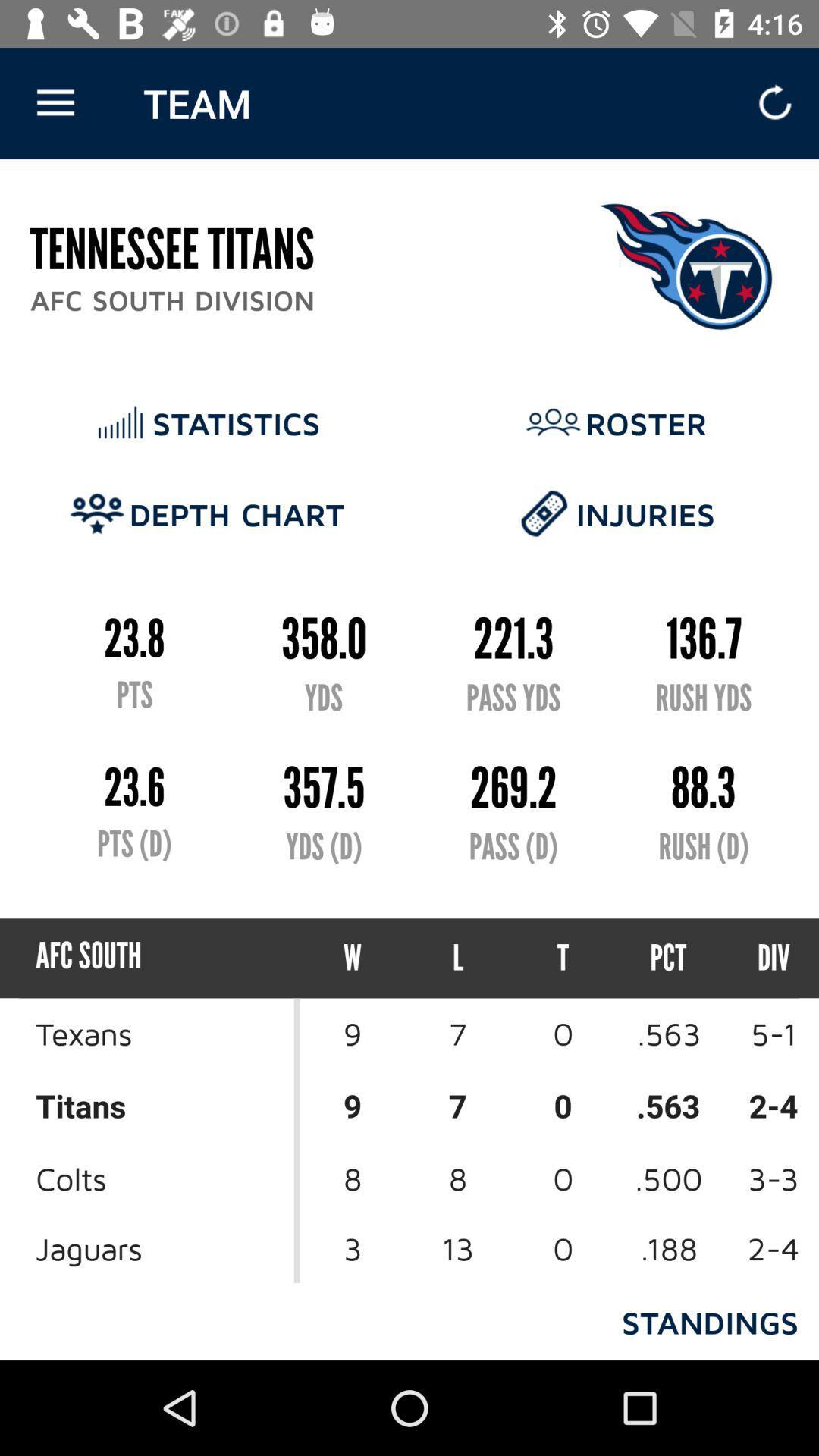 The height and width of the screenshot is (1456, 819). I want to click on the item to the left of the pct, so click(563, 957).